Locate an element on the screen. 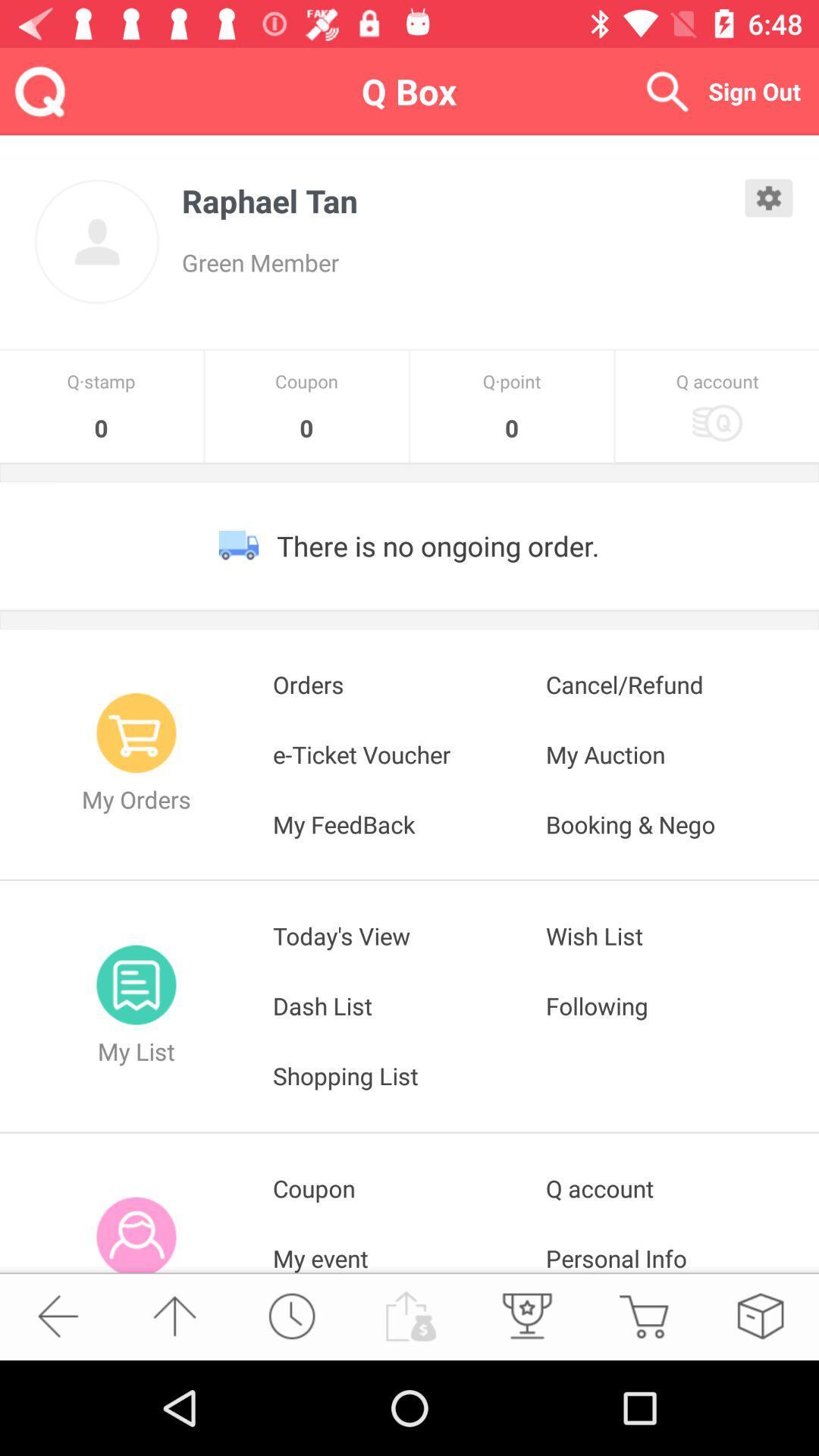 This screenshot has height=1456, width=819. top of the page is located at coordinates (174, 1315).